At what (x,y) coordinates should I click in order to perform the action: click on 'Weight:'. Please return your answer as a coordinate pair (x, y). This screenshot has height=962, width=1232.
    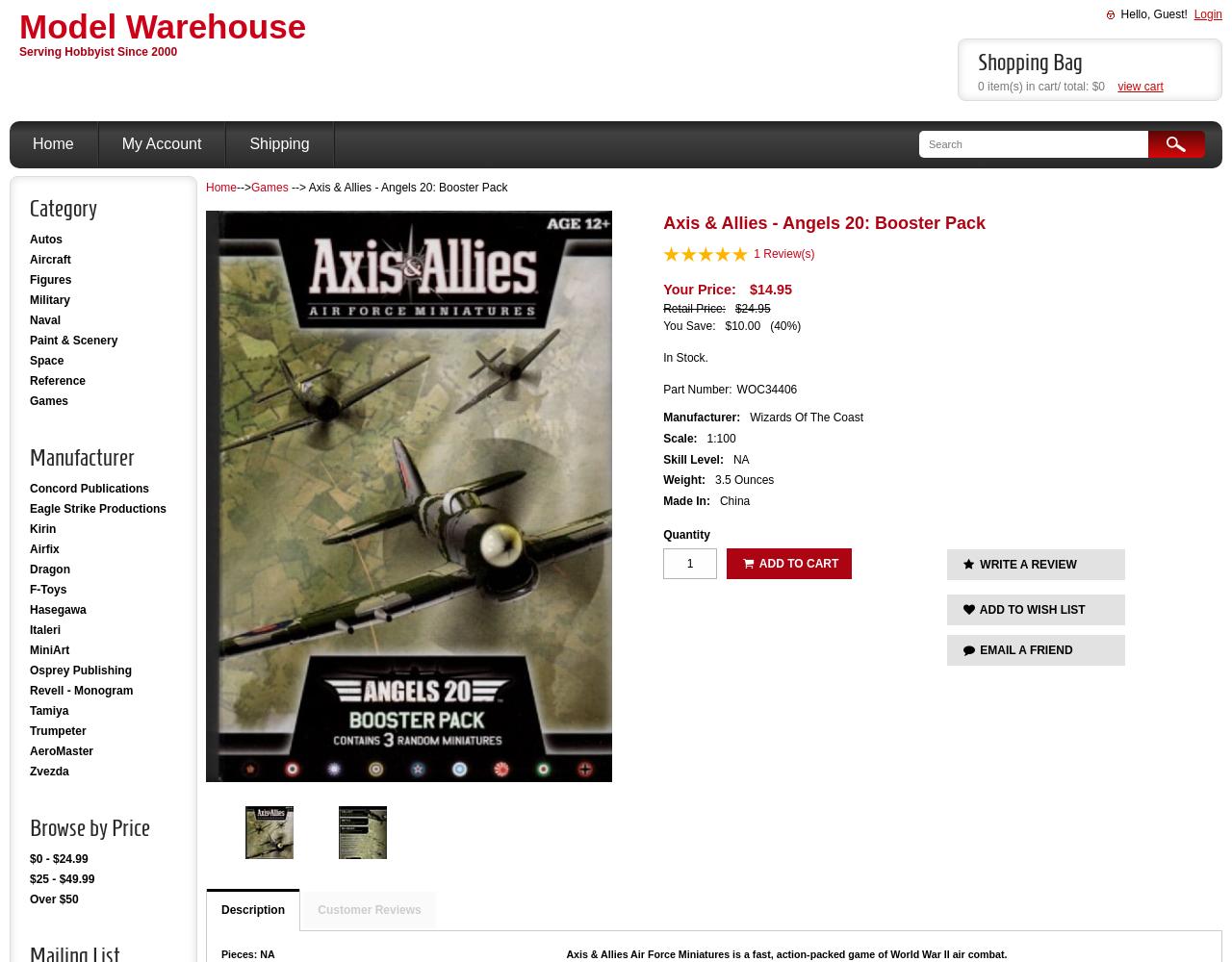
    Looking at the image, I should click on (683, 479).